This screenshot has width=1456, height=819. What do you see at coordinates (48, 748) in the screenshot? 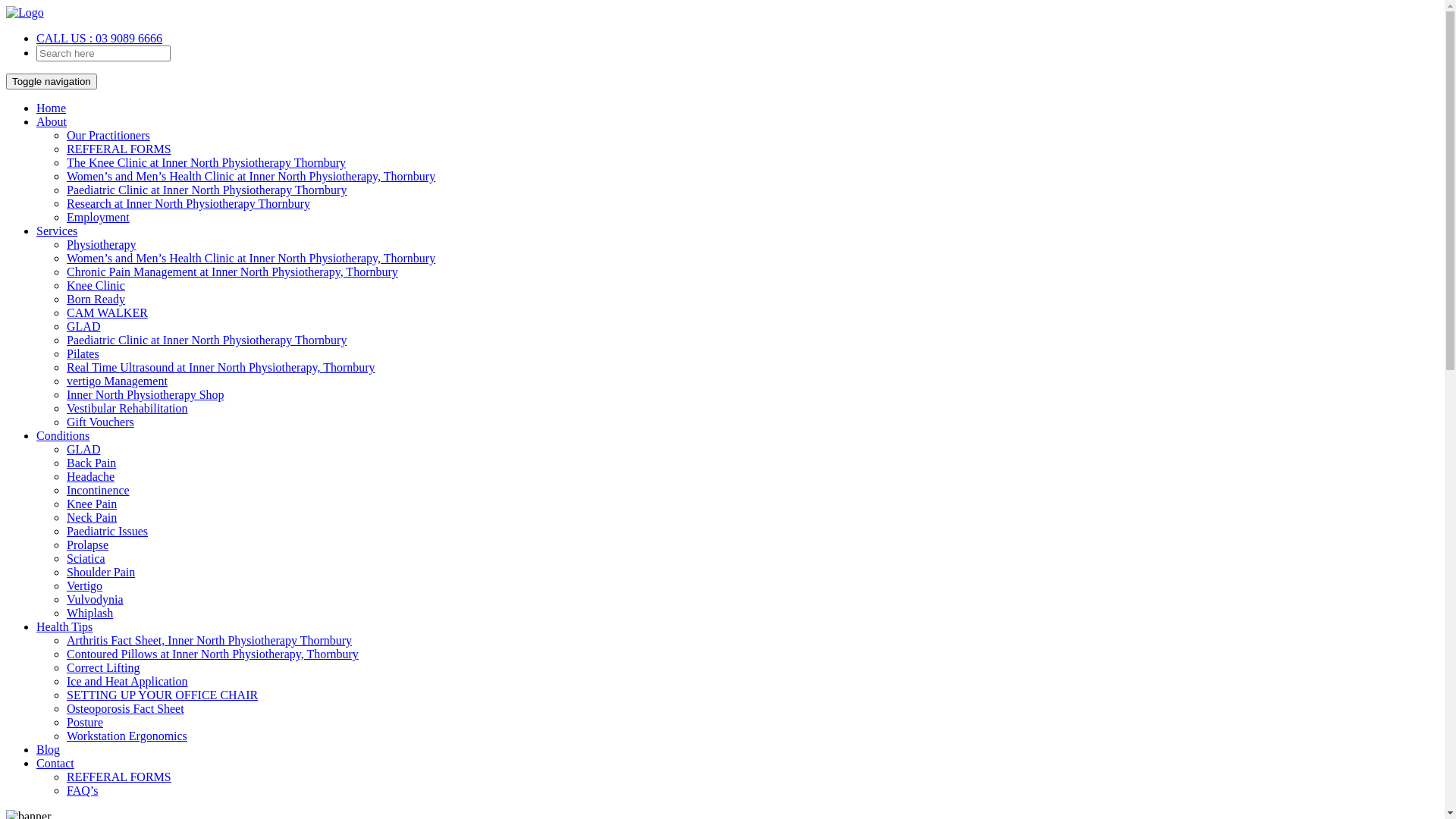
I see `'Blog'` at bounding box center [48, 748].